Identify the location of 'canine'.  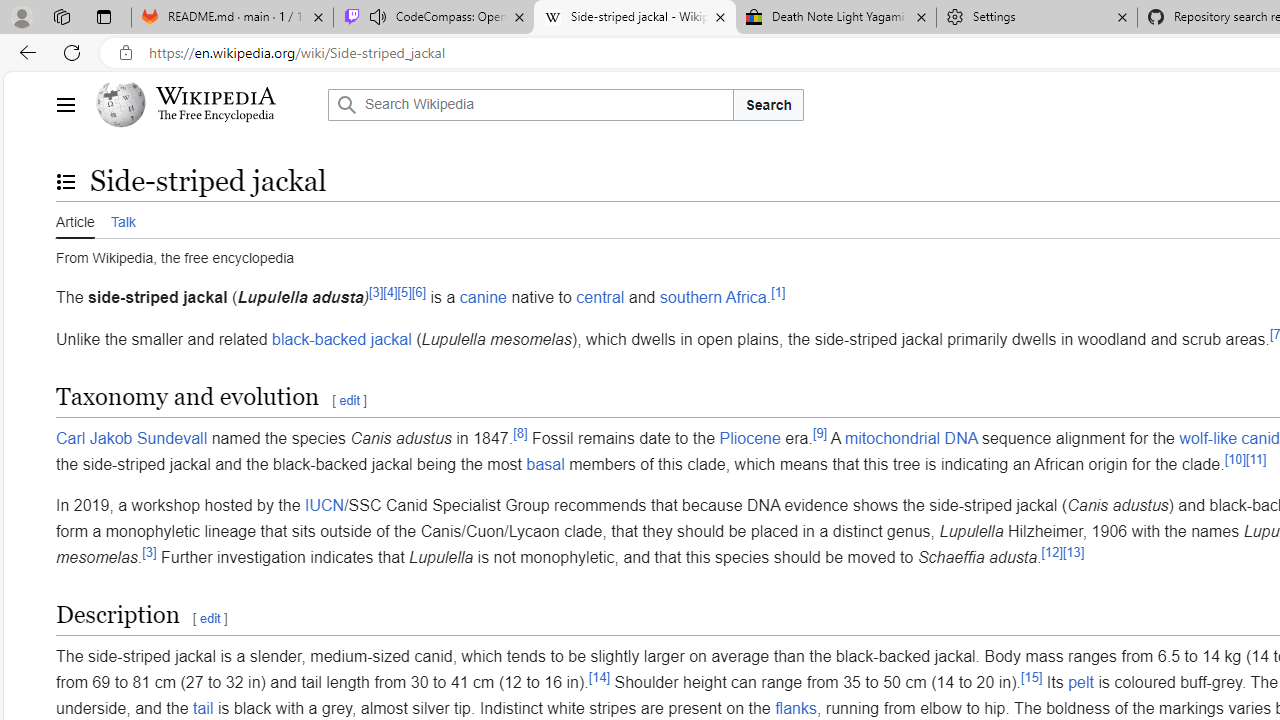
(483, 297).